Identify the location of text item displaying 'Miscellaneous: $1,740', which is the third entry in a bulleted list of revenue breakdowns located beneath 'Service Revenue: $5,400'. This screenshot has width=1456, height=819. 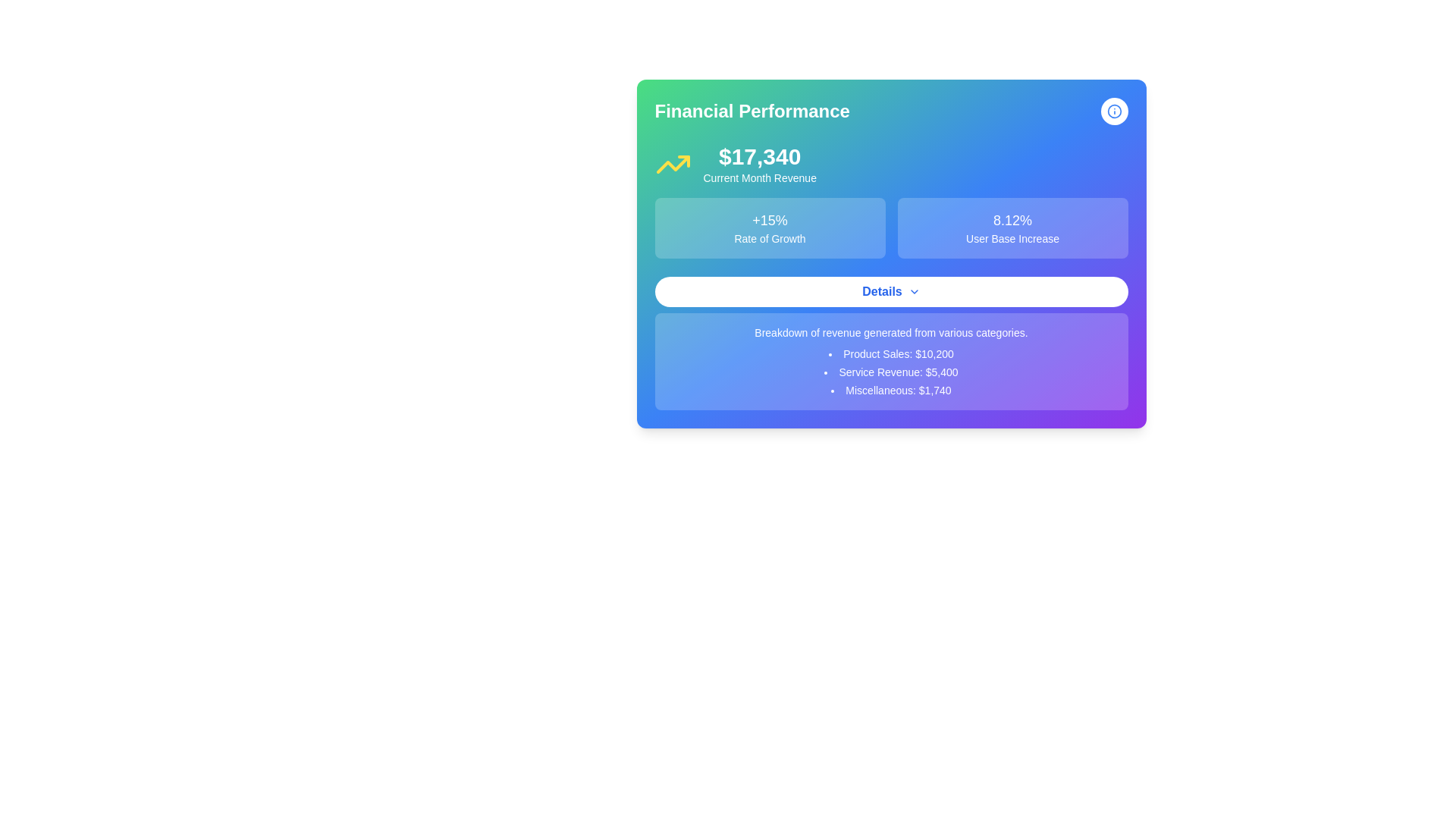
(891, 390).